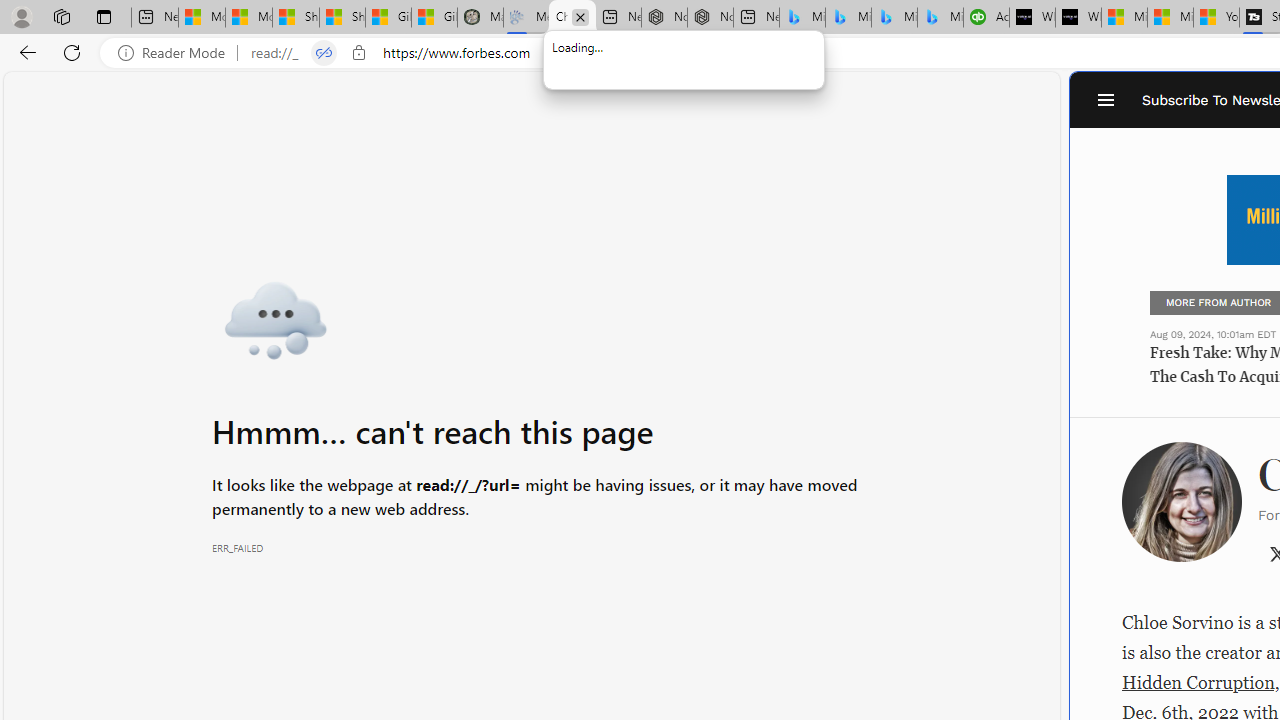 This screenshot has width=1280, height=720. Describe the element at coordinates (1077, 17) in the screenshot. I see `'What'` at that location.